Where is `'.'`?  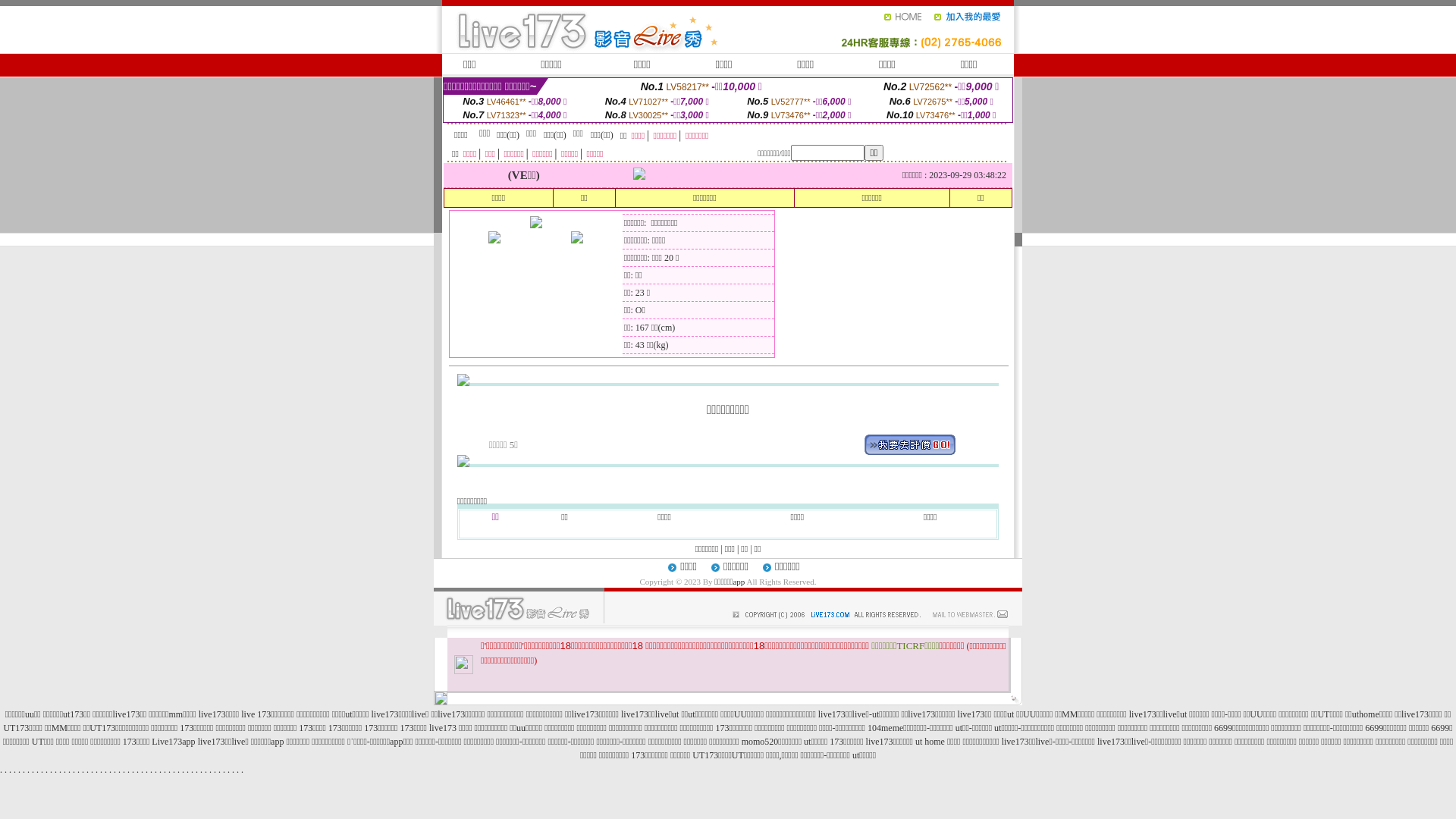 '.' is located at coordinates (42, 769).